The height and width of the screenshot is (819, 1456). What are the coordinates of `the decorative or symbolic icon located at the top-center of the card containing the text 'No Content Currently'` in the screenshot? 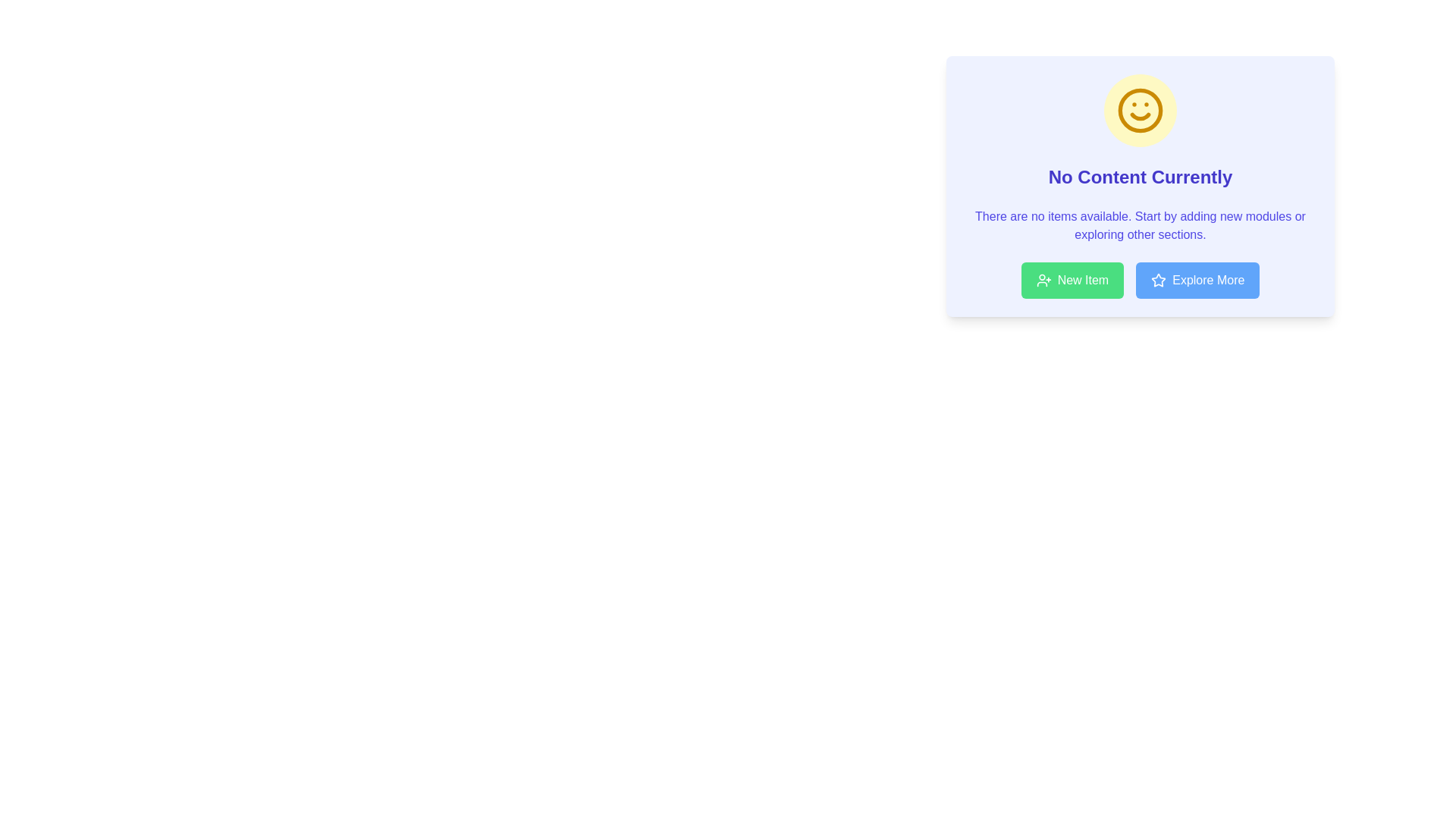 It's located at (1158, 280).